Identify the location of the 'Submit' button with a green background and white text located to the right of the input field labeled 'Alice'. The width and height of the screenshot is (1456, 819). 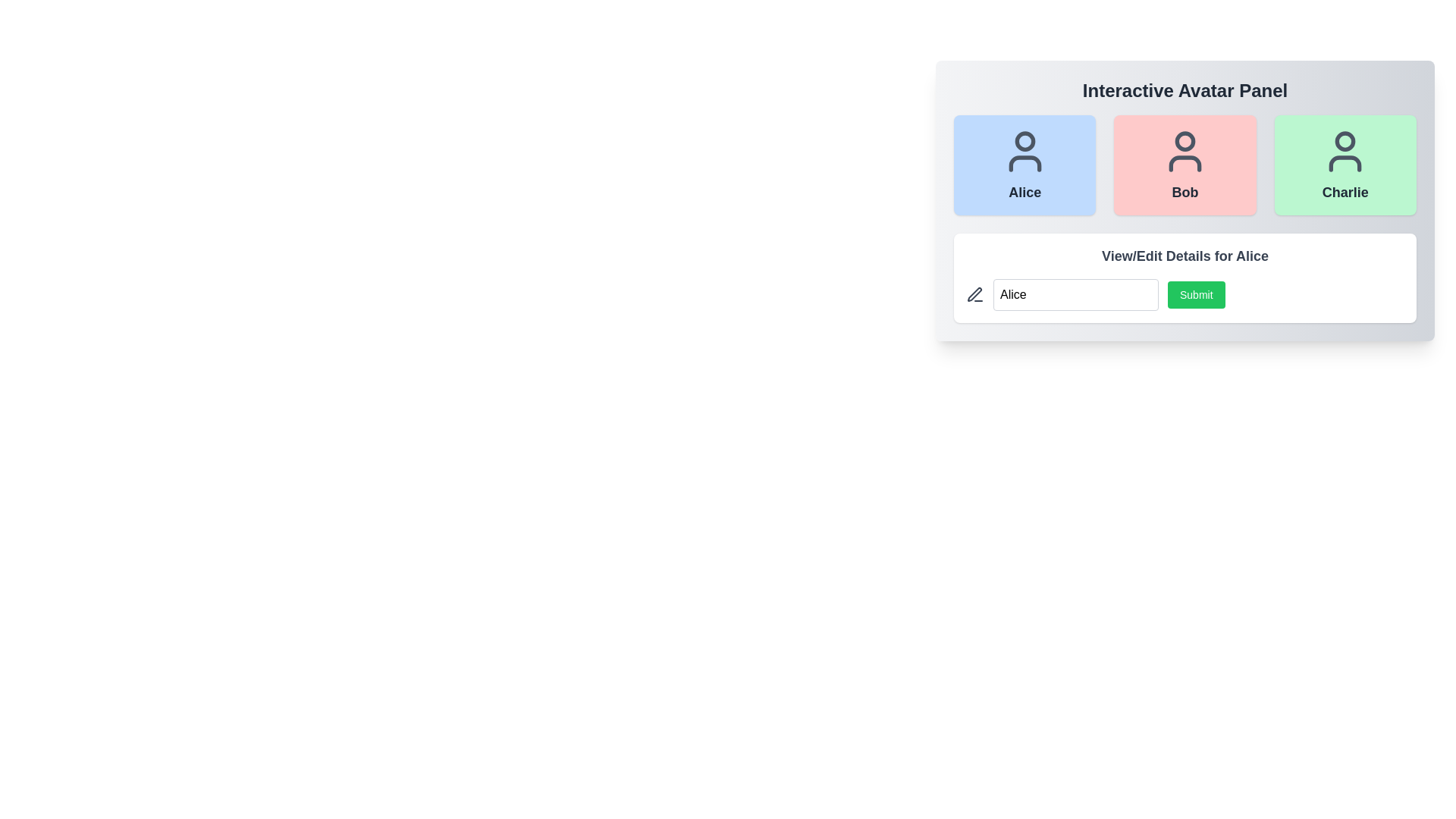
(1185, 295).